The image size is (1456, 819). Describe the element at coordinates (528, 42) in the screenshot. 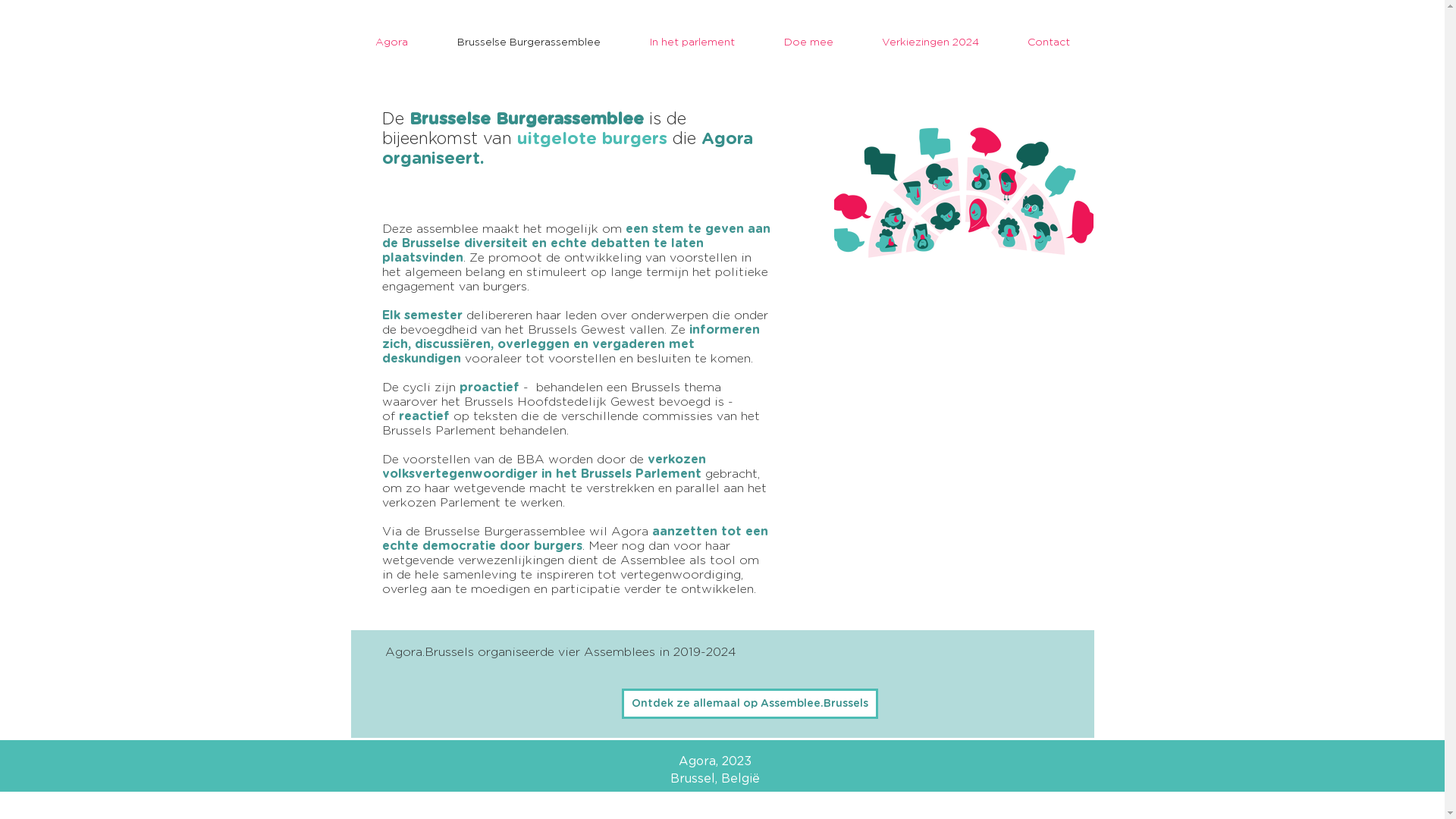

I see `'Brusselse Burgerassemblee'` at that location.